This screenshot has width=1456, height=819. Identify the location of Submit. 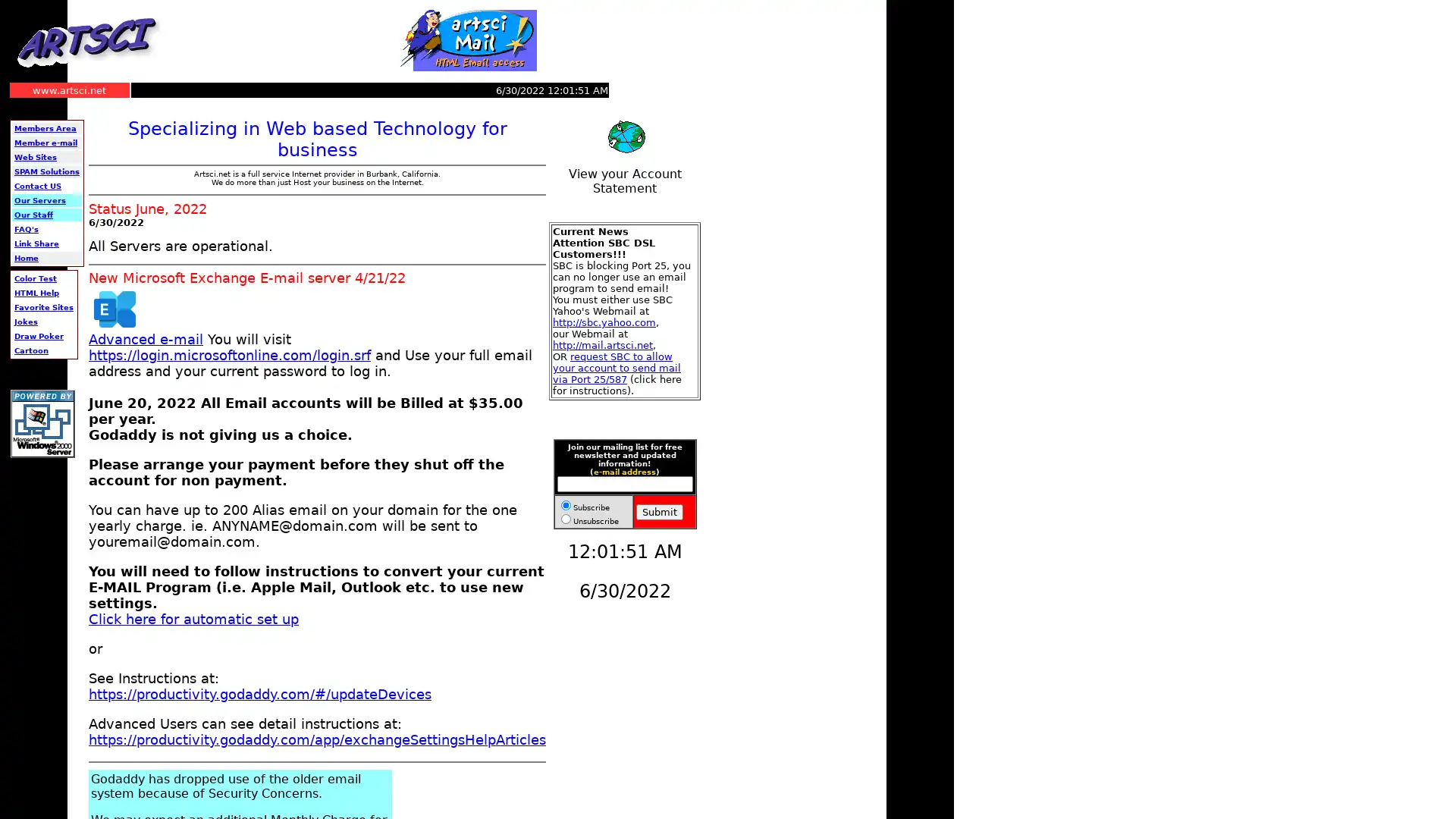
(659, 511).